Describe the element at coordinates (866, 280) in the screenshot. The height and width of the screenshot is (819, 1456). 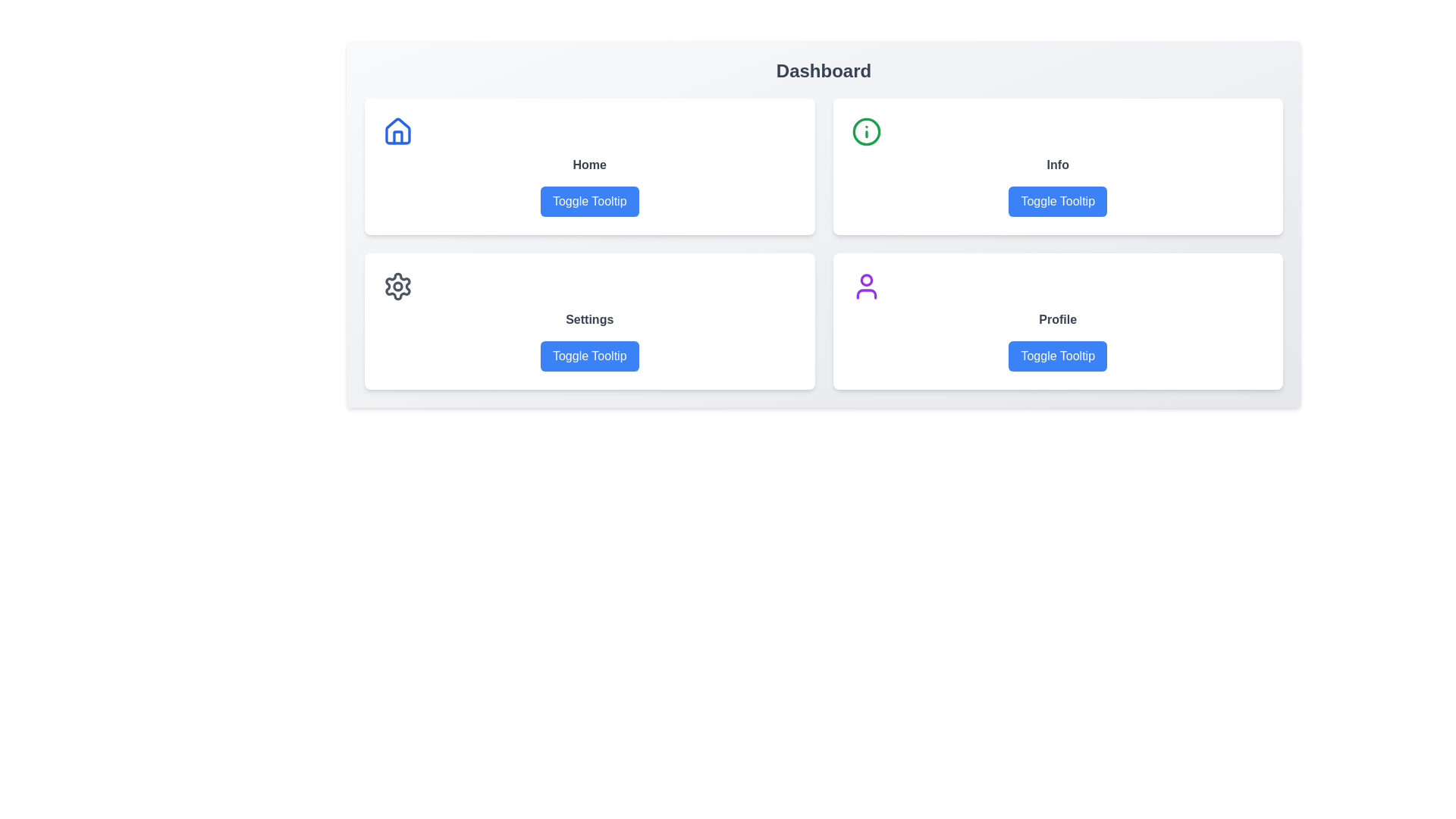
I see `the Circular SVG element that serves as part of the profile icon in the dashboard interface` at that location.